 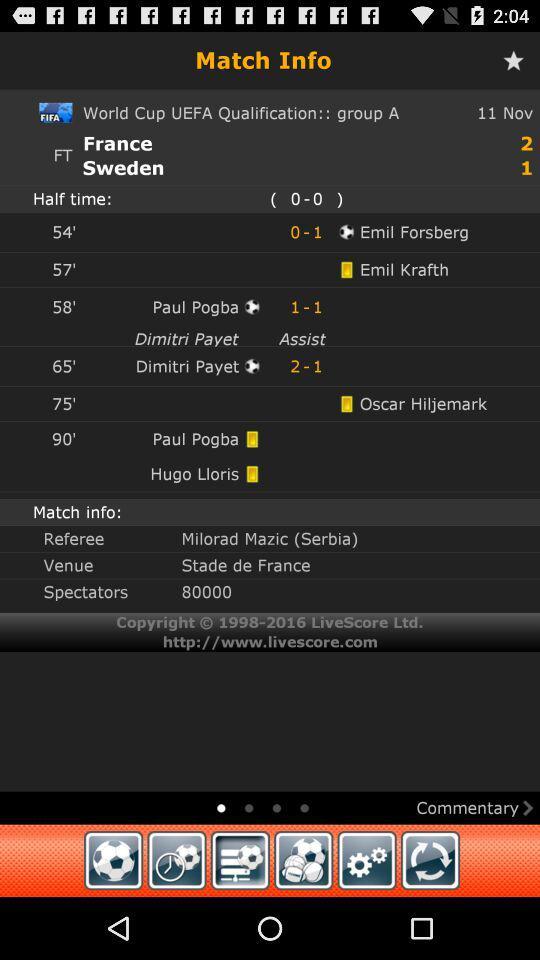 What do you see at coordinates (302, 921) in the screenshot?
I see `the avatar icon` at bounding box center [302, 921].